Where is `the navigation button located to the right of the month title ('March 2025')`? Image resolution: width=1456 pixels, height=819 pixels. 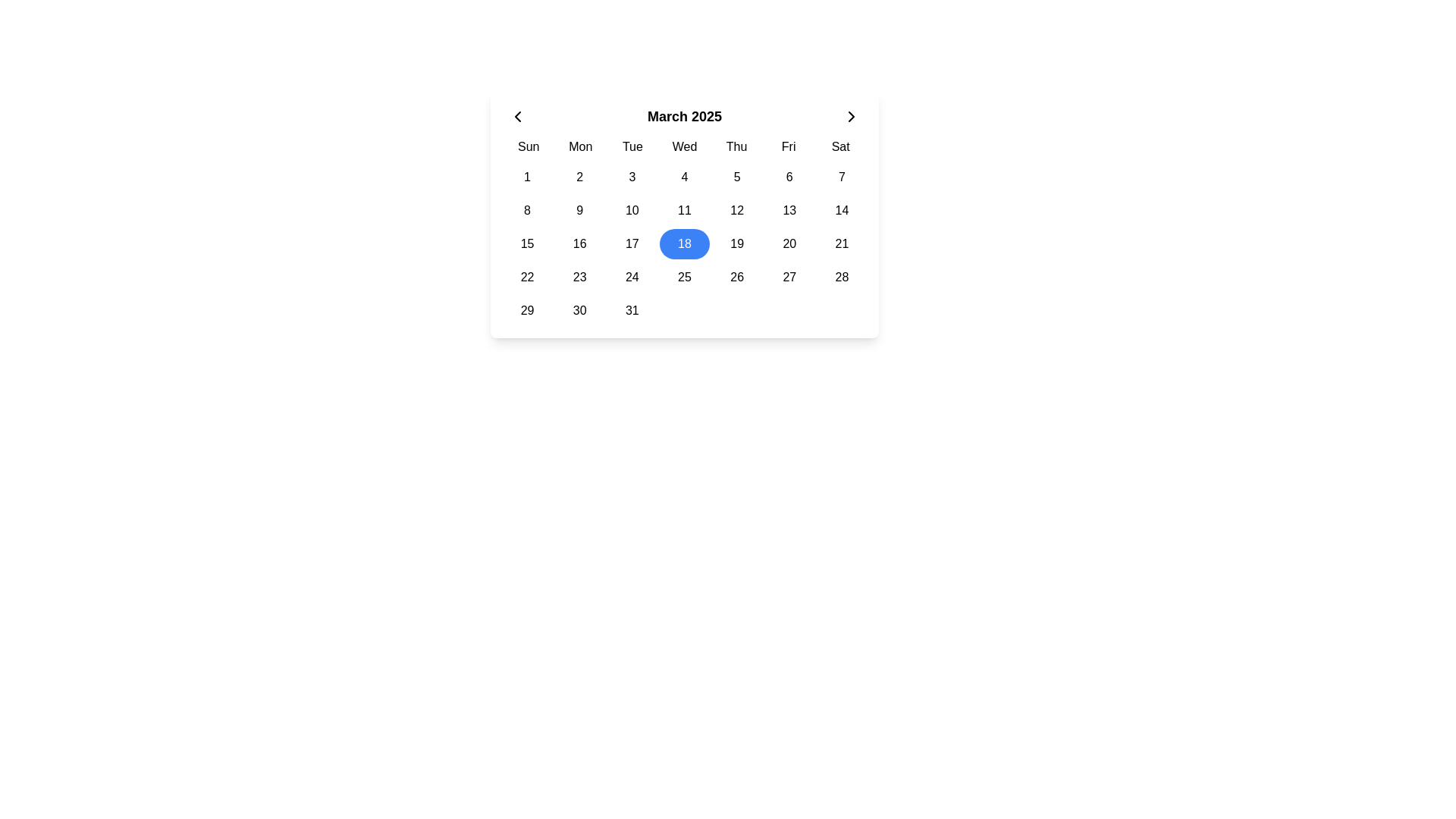 the navigation button located to the right of the month title ('March 2025') is located at coordinates (852, 116).